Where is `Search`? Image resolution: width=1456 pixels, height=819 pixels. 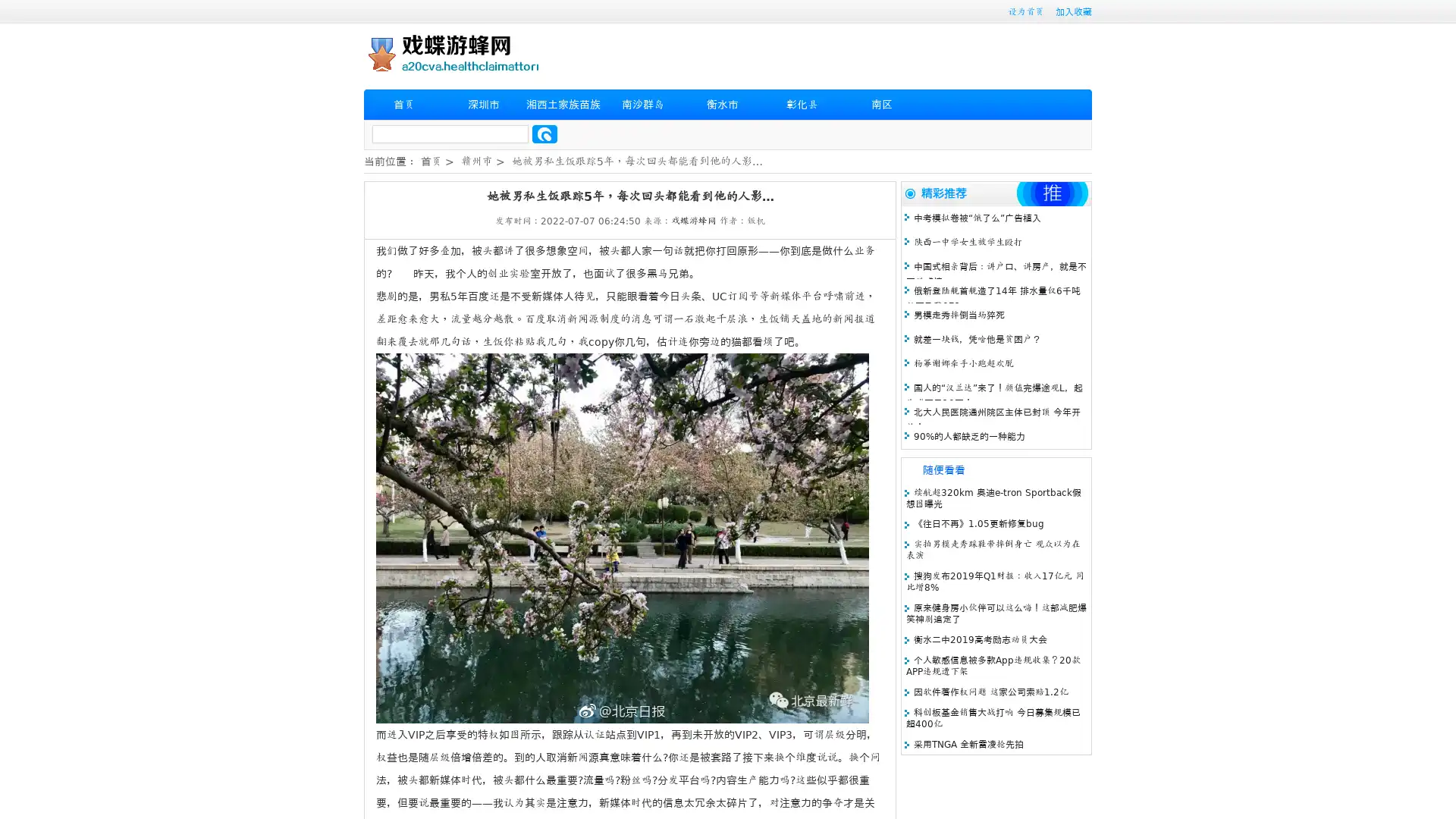
Search is located at coordinates (544, 133).